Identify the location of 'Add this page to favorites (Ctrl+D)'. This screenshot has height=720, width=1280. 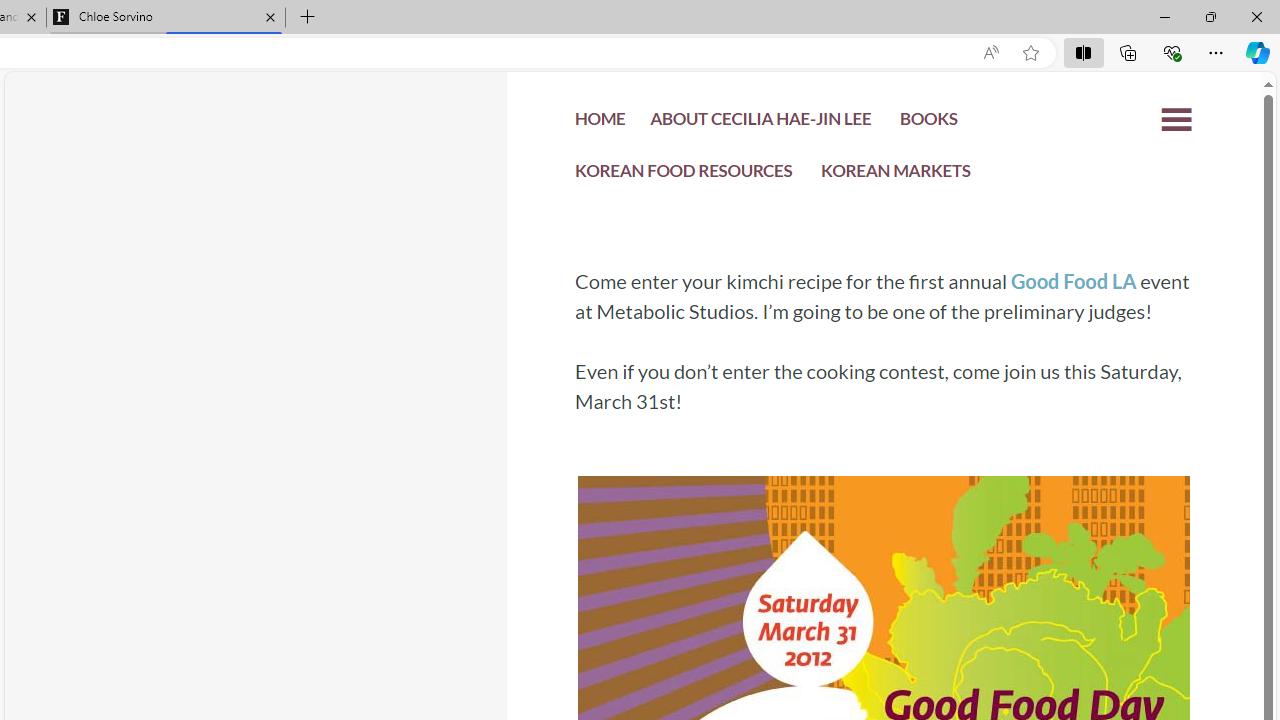
(1031, 52).